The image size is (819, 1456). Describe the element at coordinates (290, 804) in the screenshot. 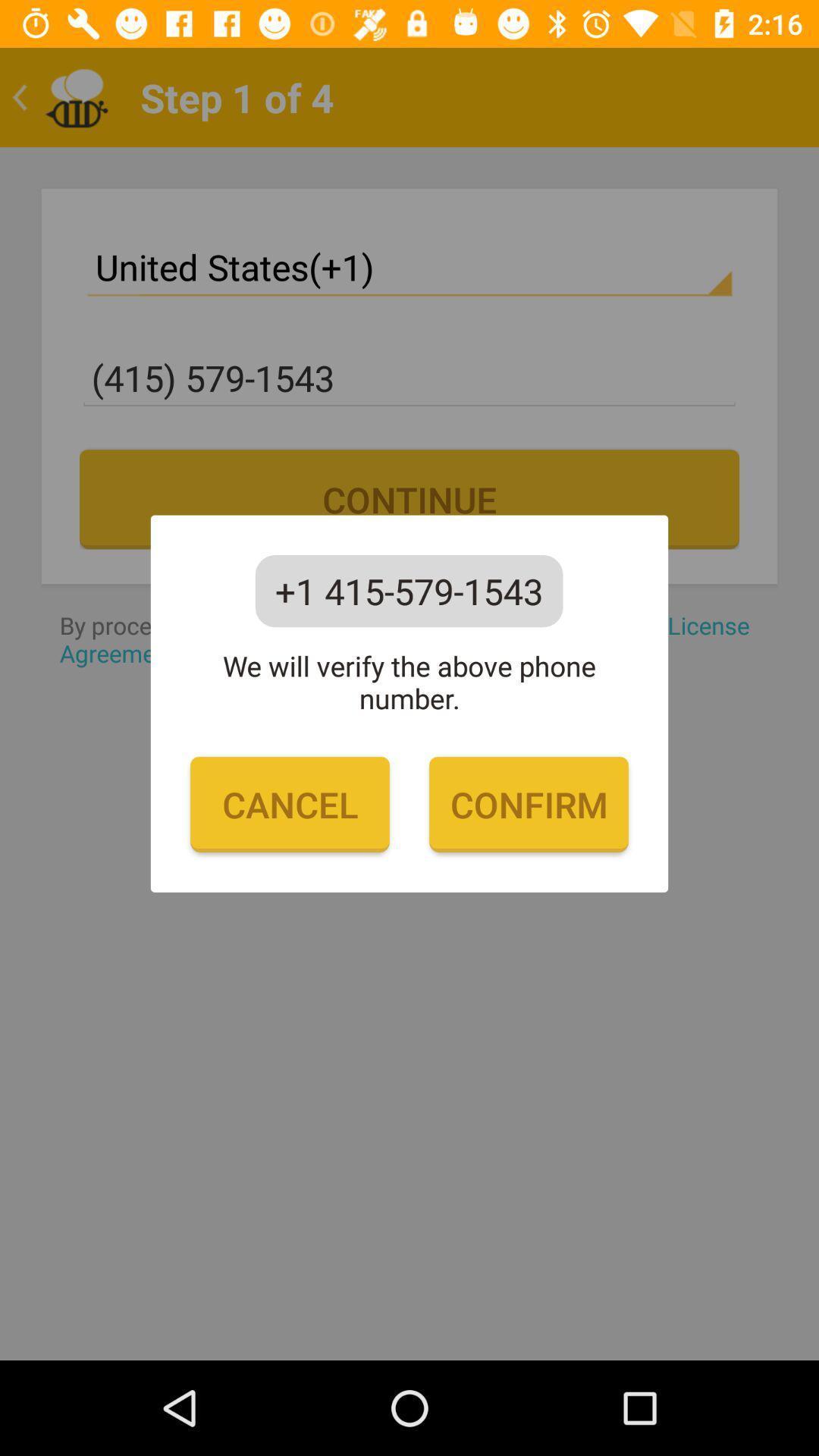

I see `cancel` at that location.